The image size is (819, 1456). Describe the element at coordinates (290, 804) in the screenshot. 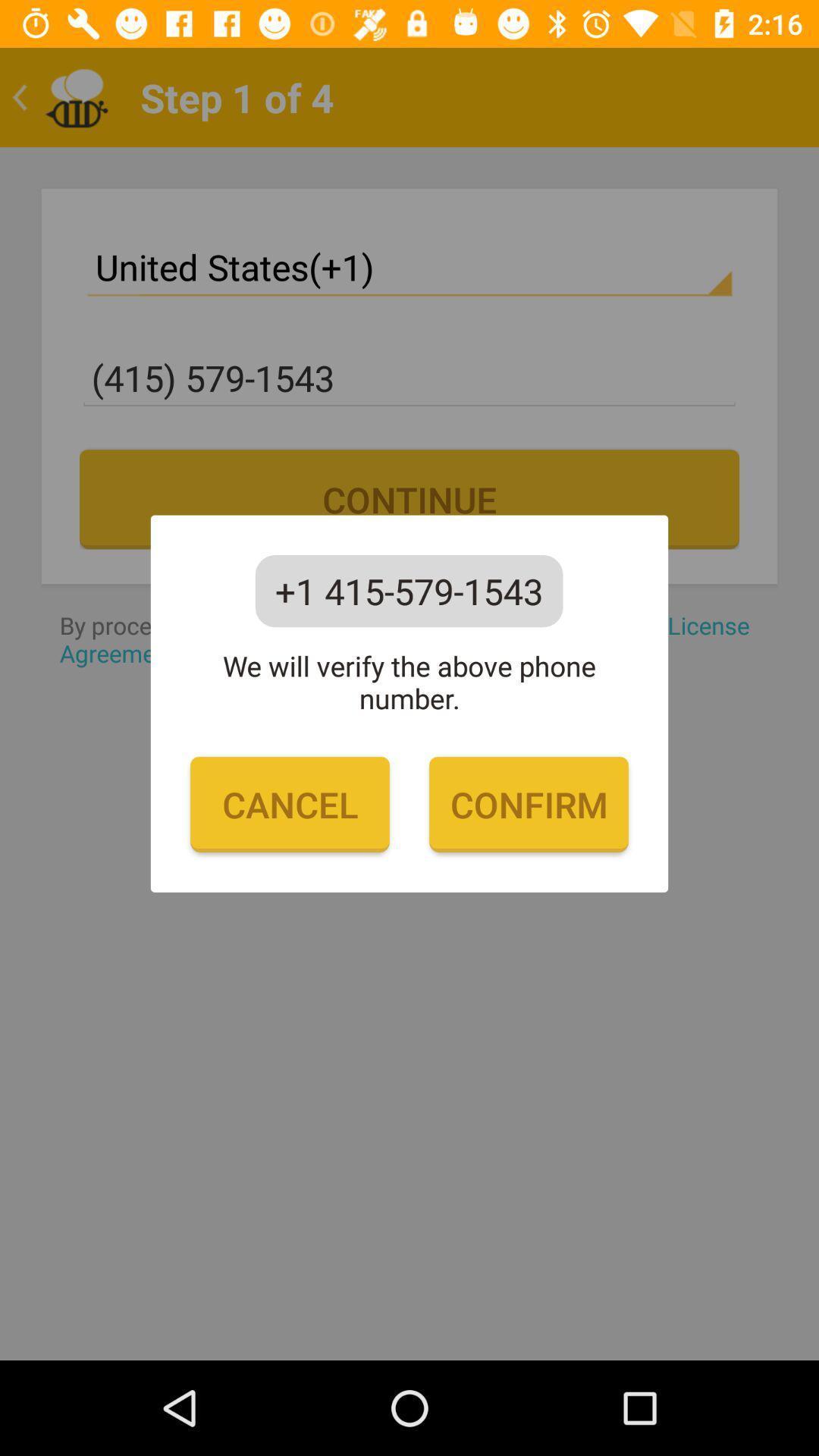

I see `cancel` at that location.